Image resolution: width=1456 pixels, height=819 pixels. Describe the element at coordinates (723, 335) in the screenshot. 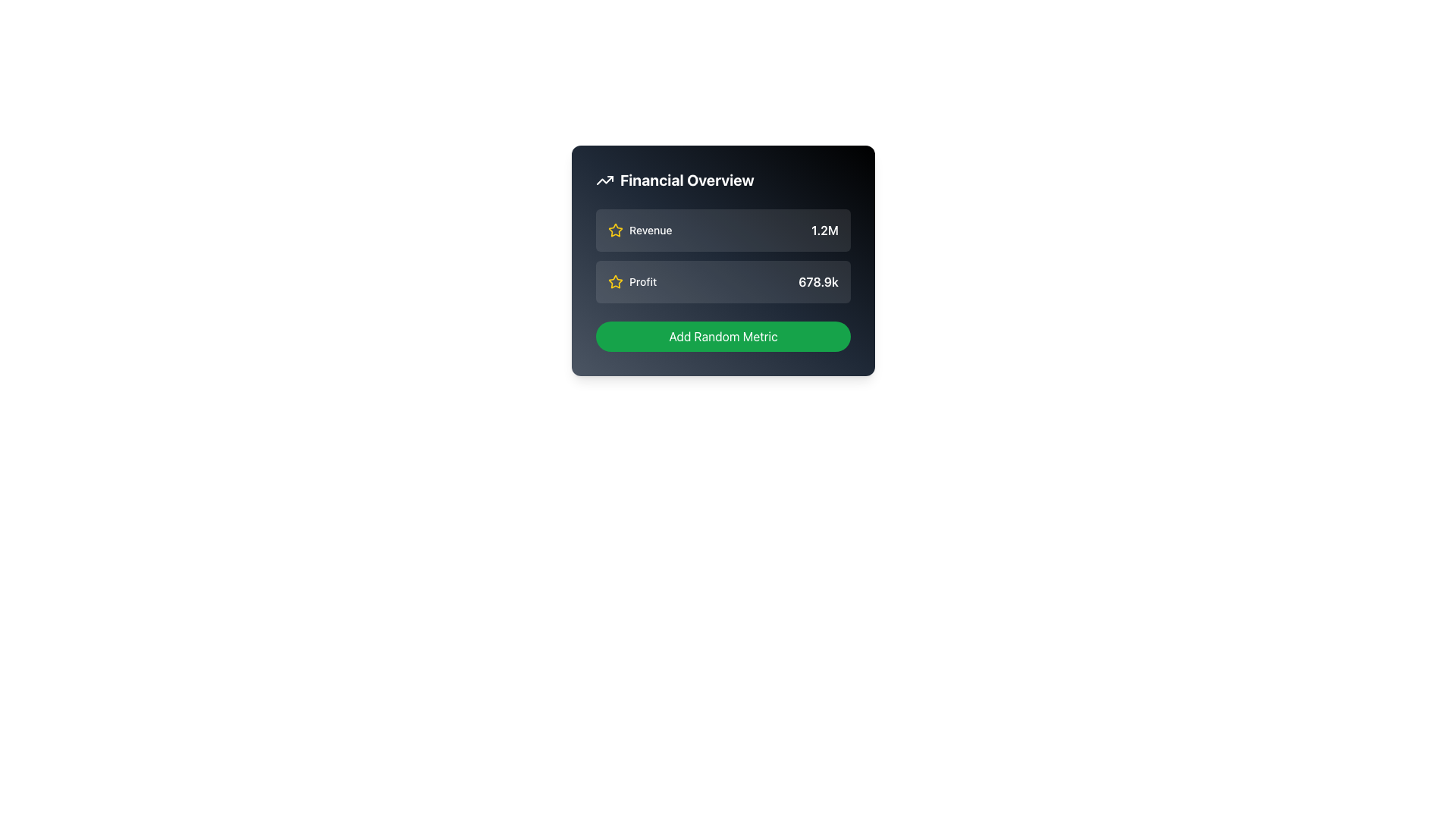

I see `the 'Add Random Metric' button using keyboard navigation` at that location.